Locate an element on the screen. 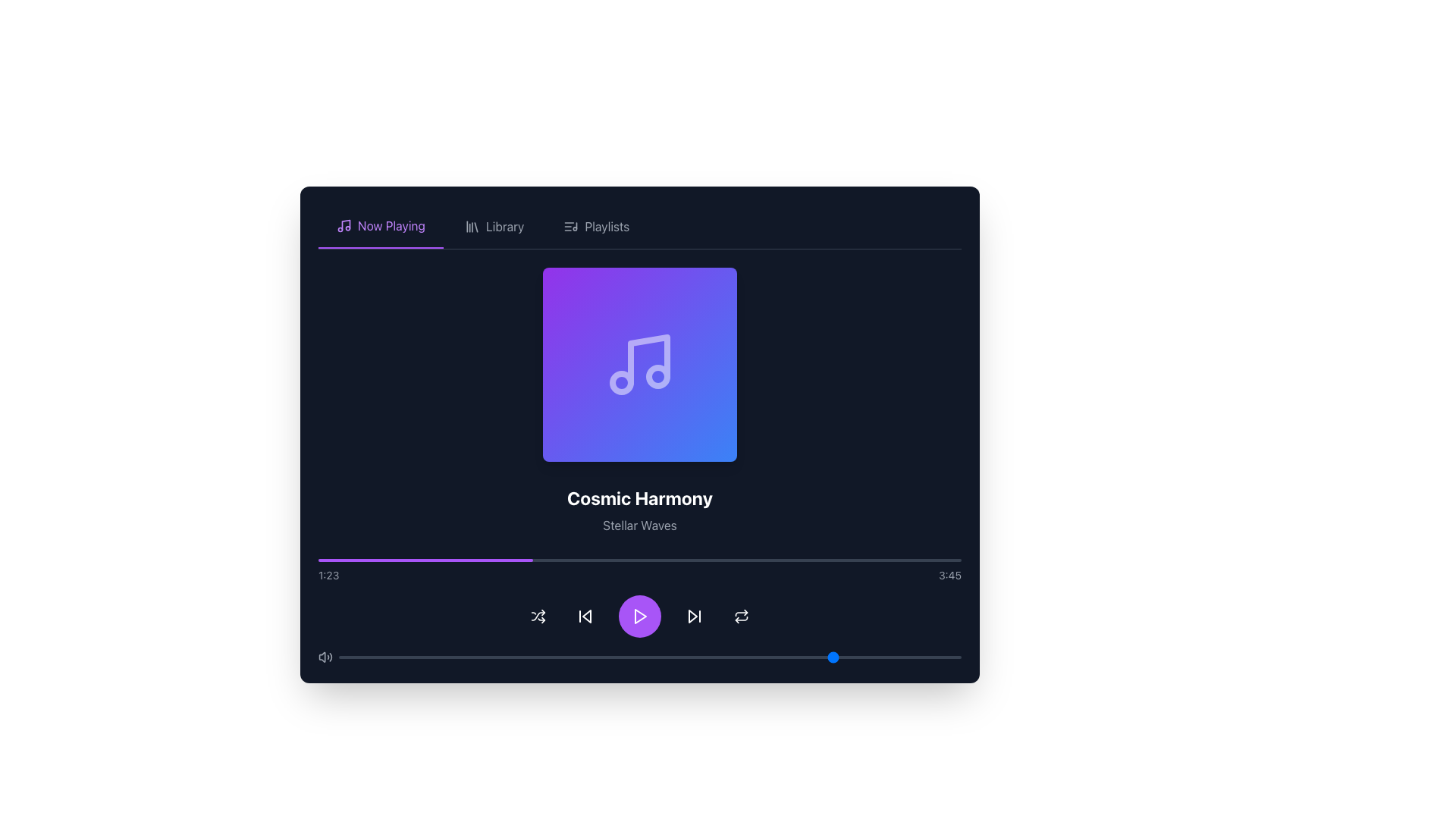 The image size is (1456, 819). the fourth interactive button from the left in the media controls section at the bottom of the interface is located at coordinates (585, 617).